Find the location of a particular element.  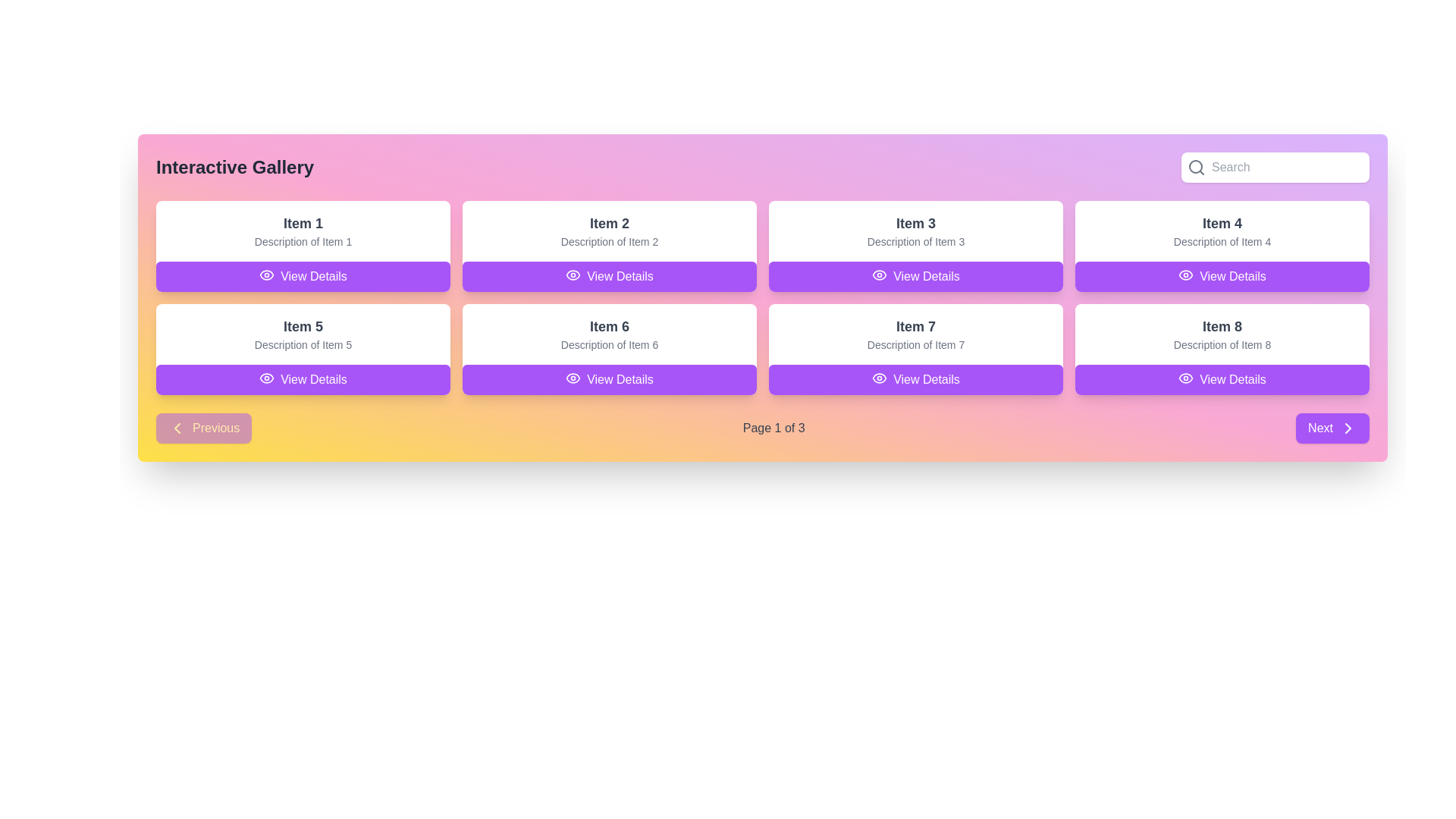

the 'View Details' button with a purple background and white text, located below 'Description of Item 4' in the 'Item 4' section is located at coordinates (1222, 277).